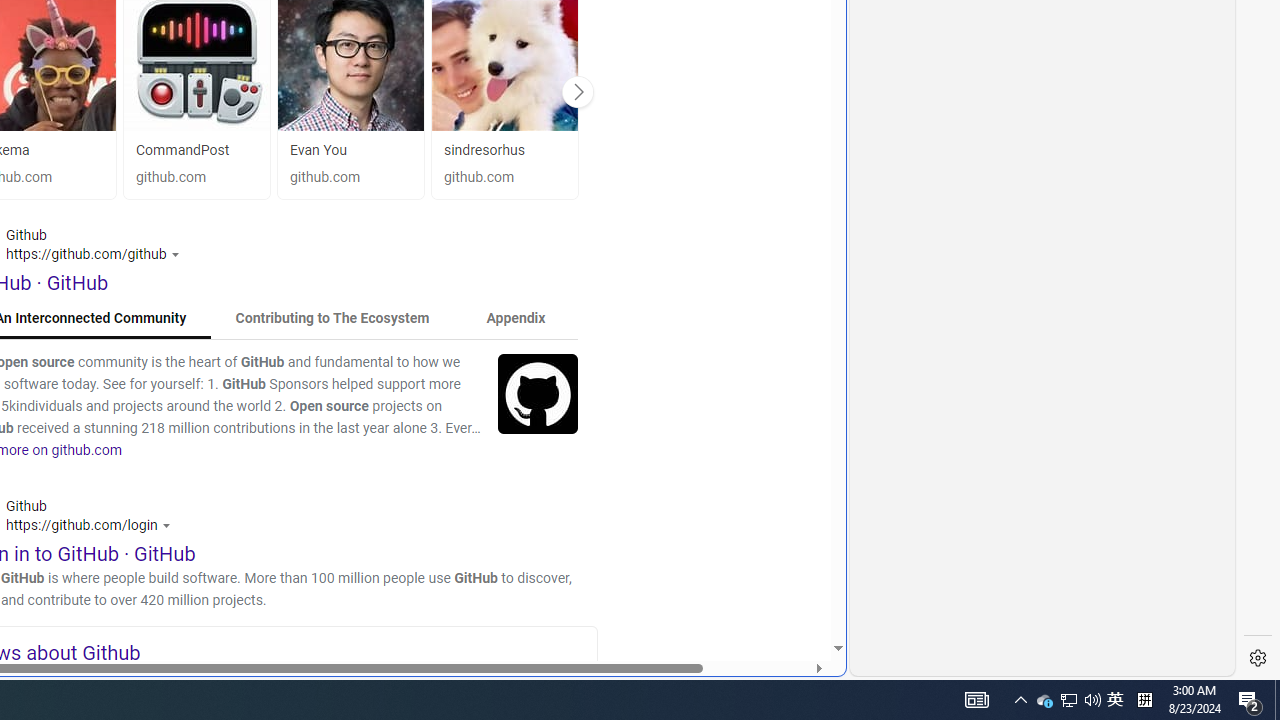  I want to click on 'Appendix', so click(515, 317).